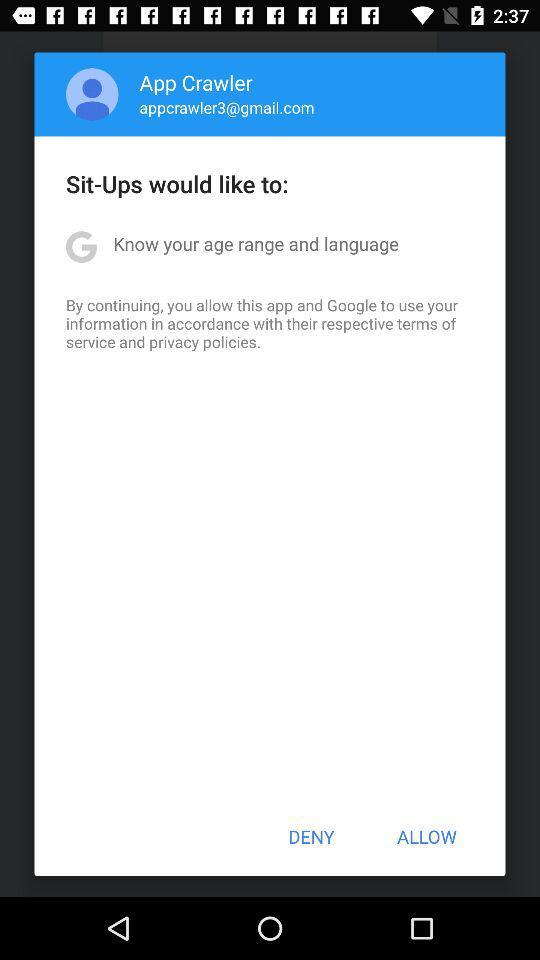  Describe the element at coordinates (256, 242) in the screenshot. I see `know your age app` at that location.